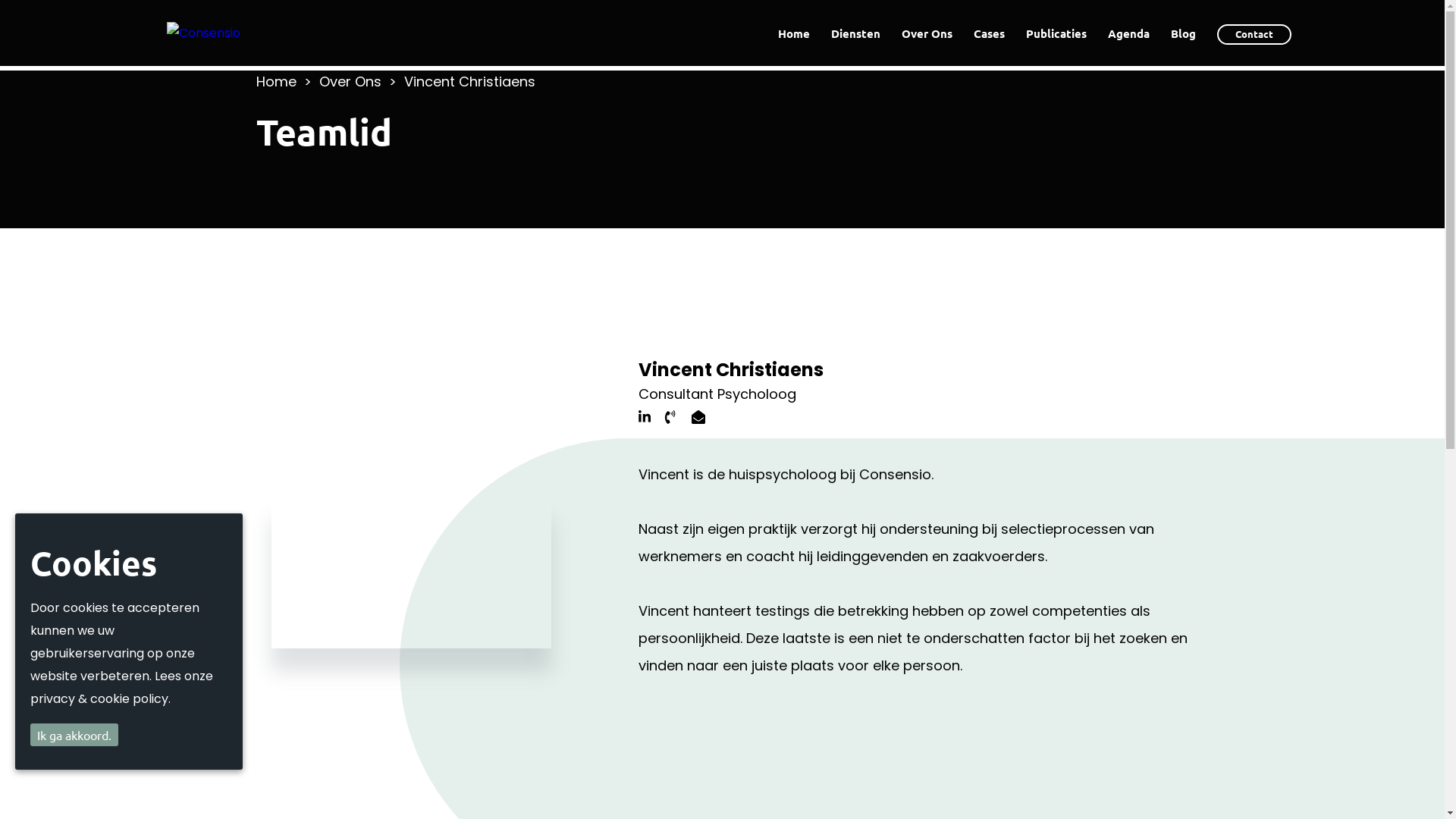  What do you see at coordinates (989, 32) in the screenshot?
I see `'Cases'` at bounding box center [989, 32].